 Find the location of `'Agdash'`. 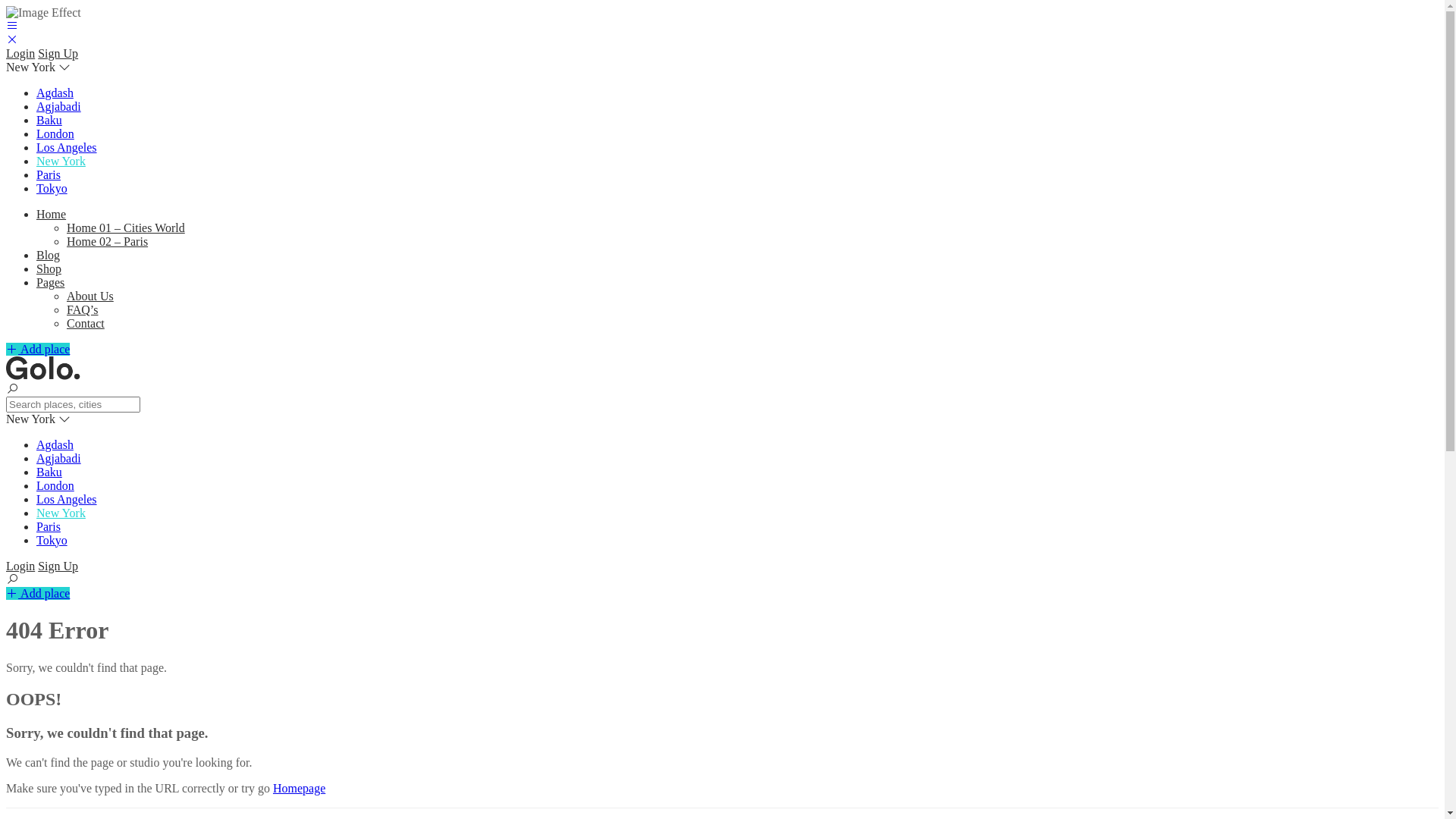

'Agdash' is located at coordinates (55, 444).